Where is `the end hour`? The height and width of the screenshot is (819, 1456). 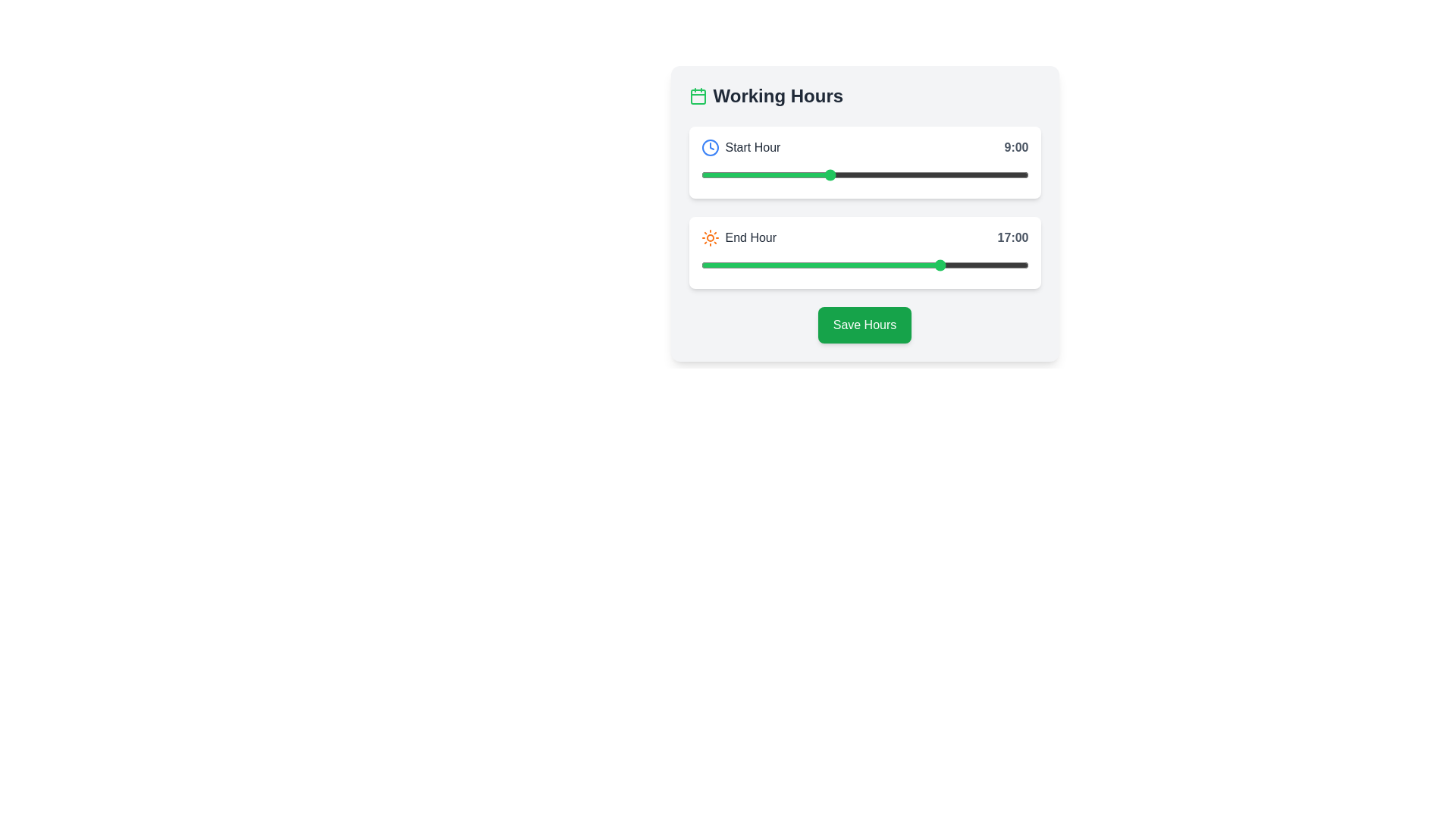 the end hour is located at coordinates (956, 265).